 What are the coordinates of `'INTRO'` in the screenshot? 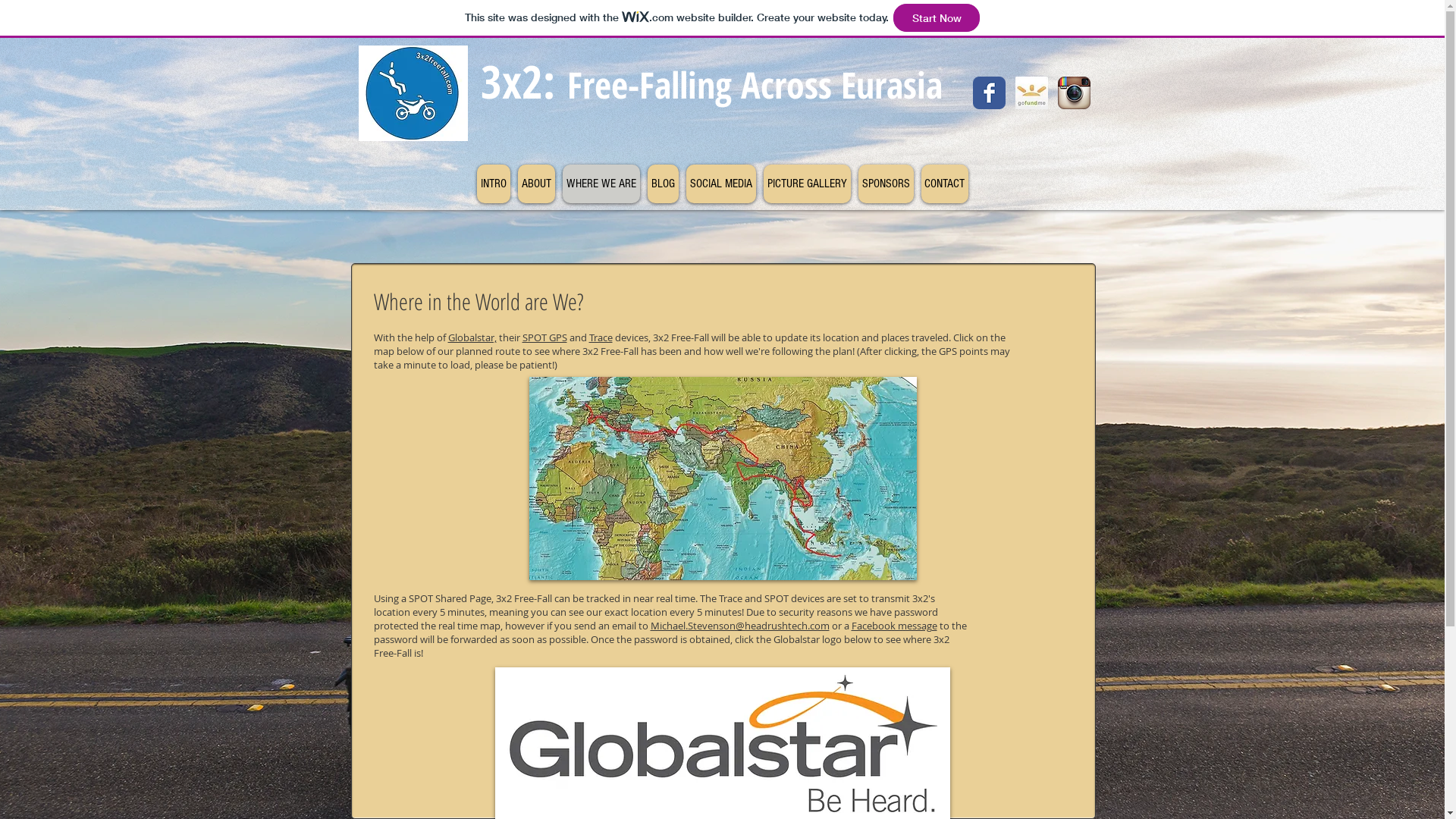 It's located at (475, 183).